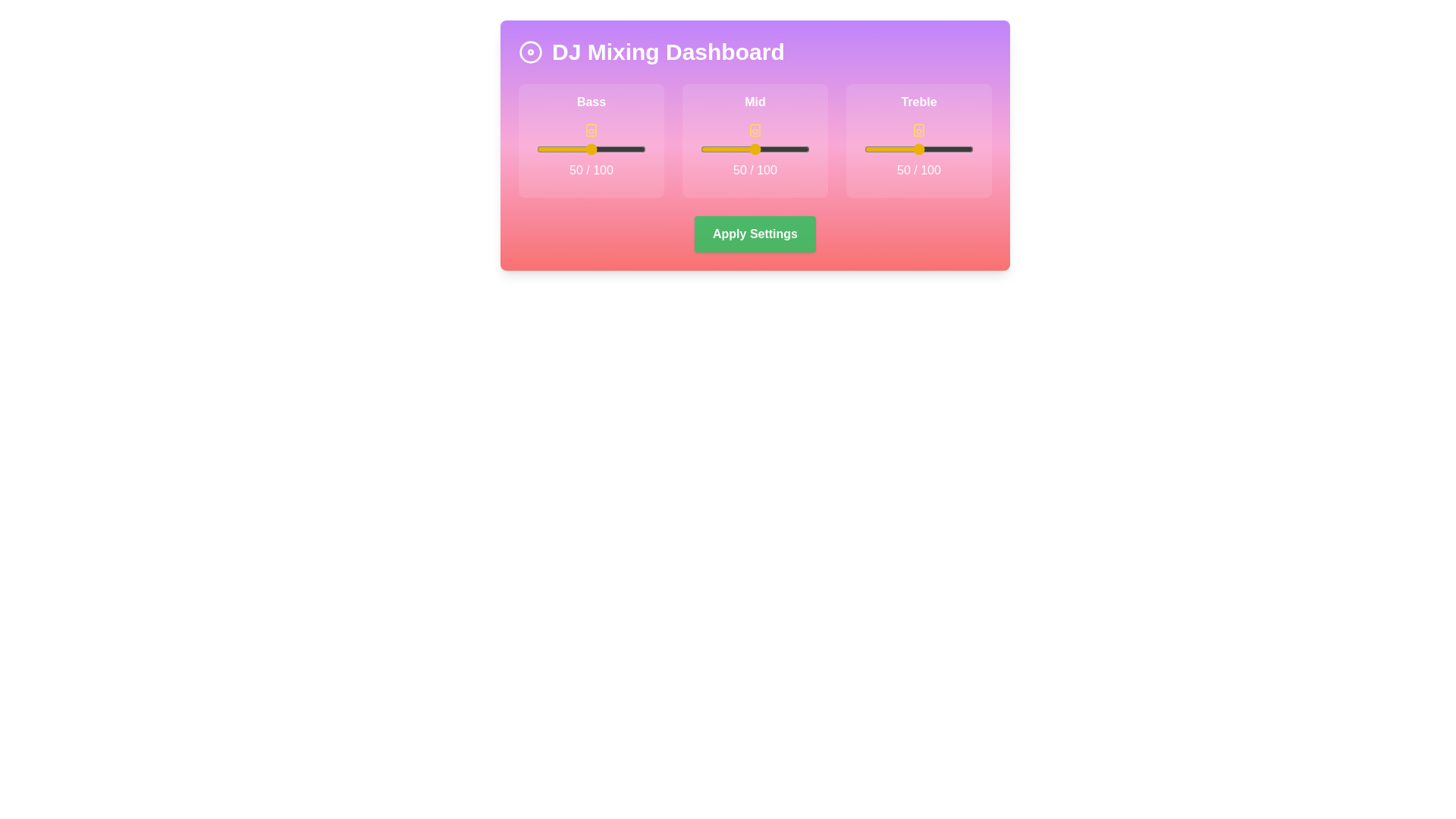 The width and height of the screenshot is (1456, 819). What do you see at coordinates (720, 149) in the screenshot?
I see `the mid slider to set its value to 19` at bounding box center [720, 149].